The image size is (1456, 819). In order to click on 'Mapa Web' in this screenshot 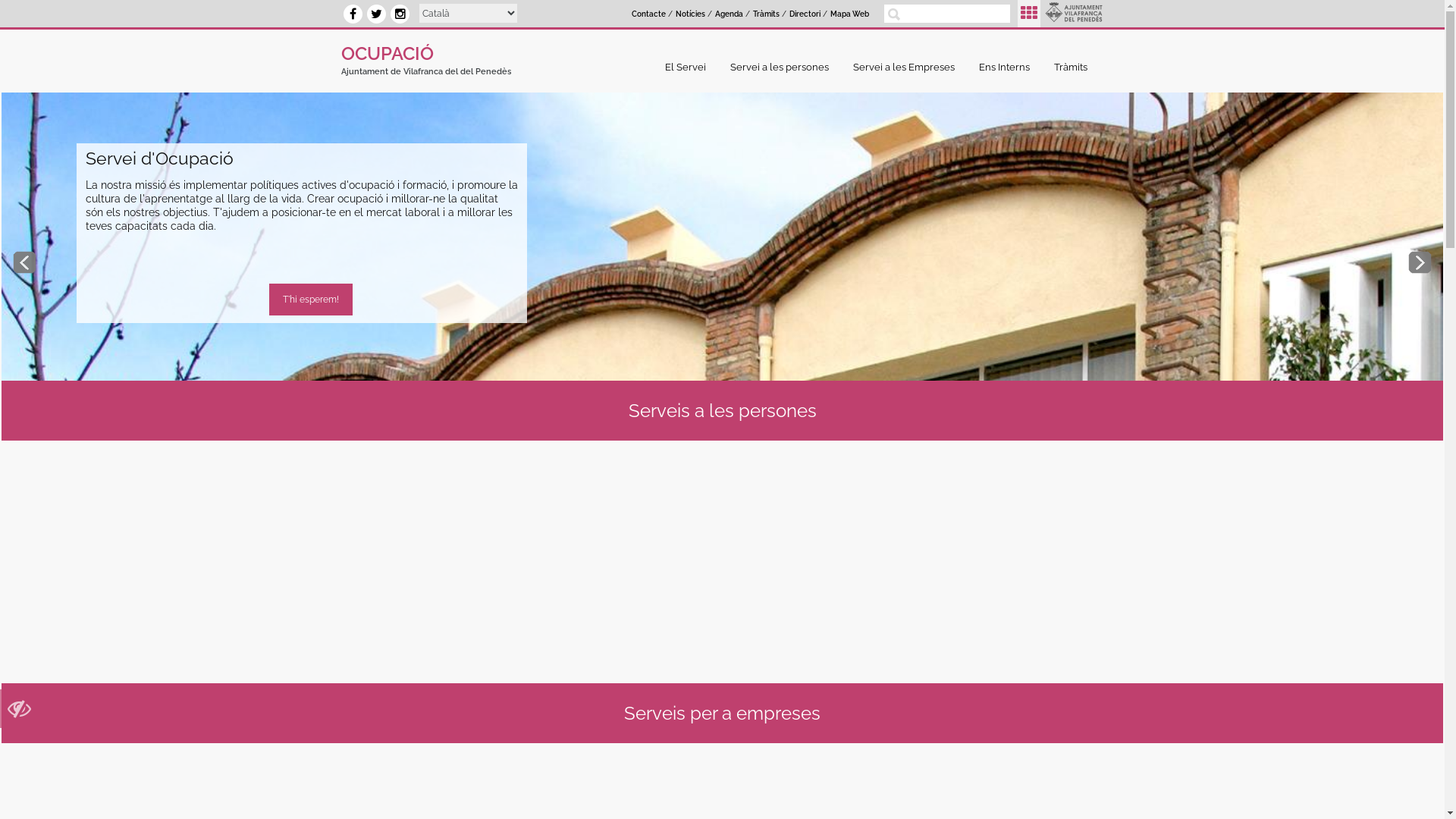, I will do `click(849, 14)`.